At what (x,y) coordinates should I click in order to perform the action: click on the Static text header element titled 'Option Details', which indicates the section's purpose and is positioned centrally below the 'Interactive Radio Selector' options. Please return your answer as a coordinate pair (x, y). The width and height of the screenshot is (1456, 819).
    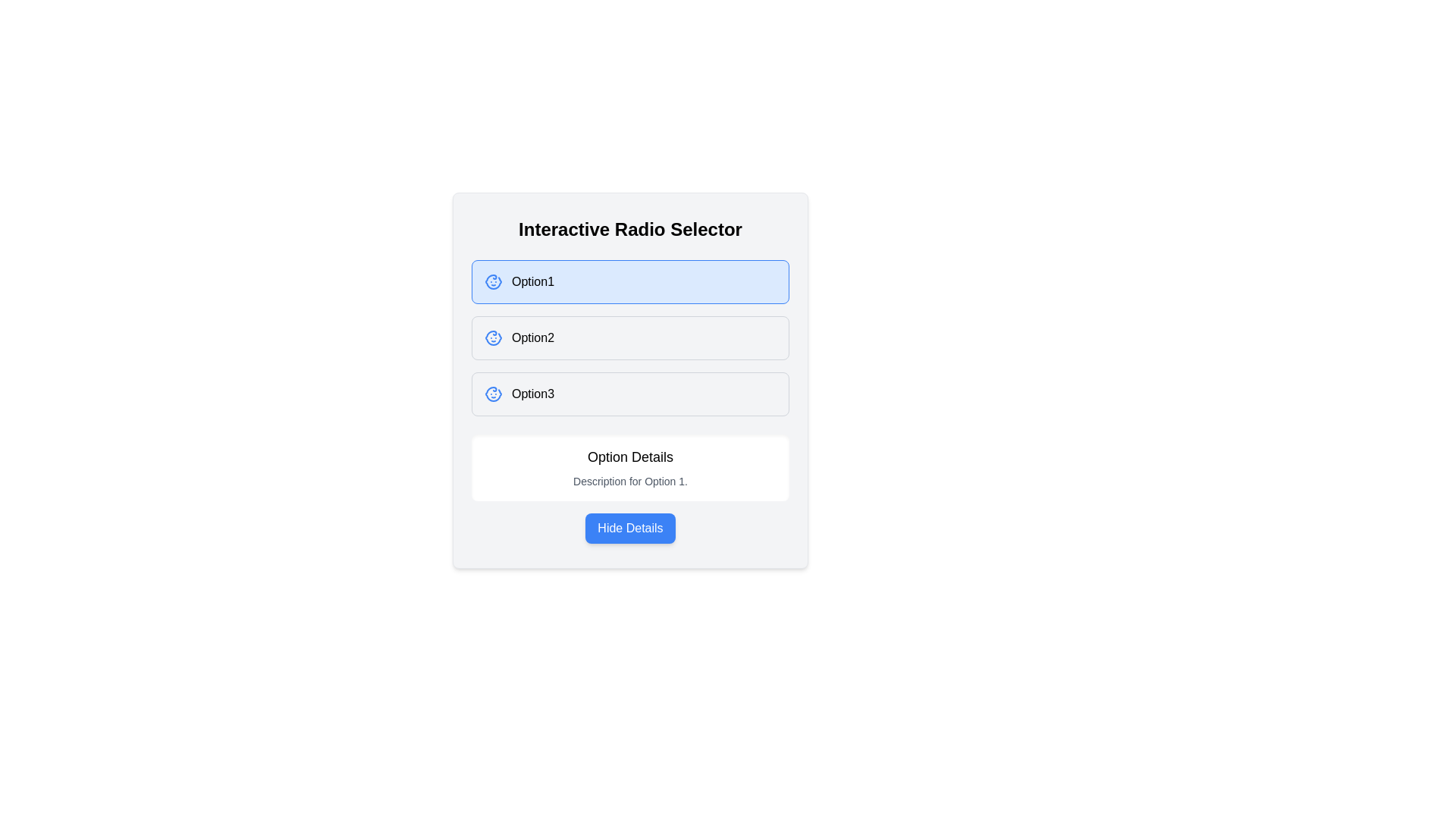
    Looking at the image, I should click on (630, 456).